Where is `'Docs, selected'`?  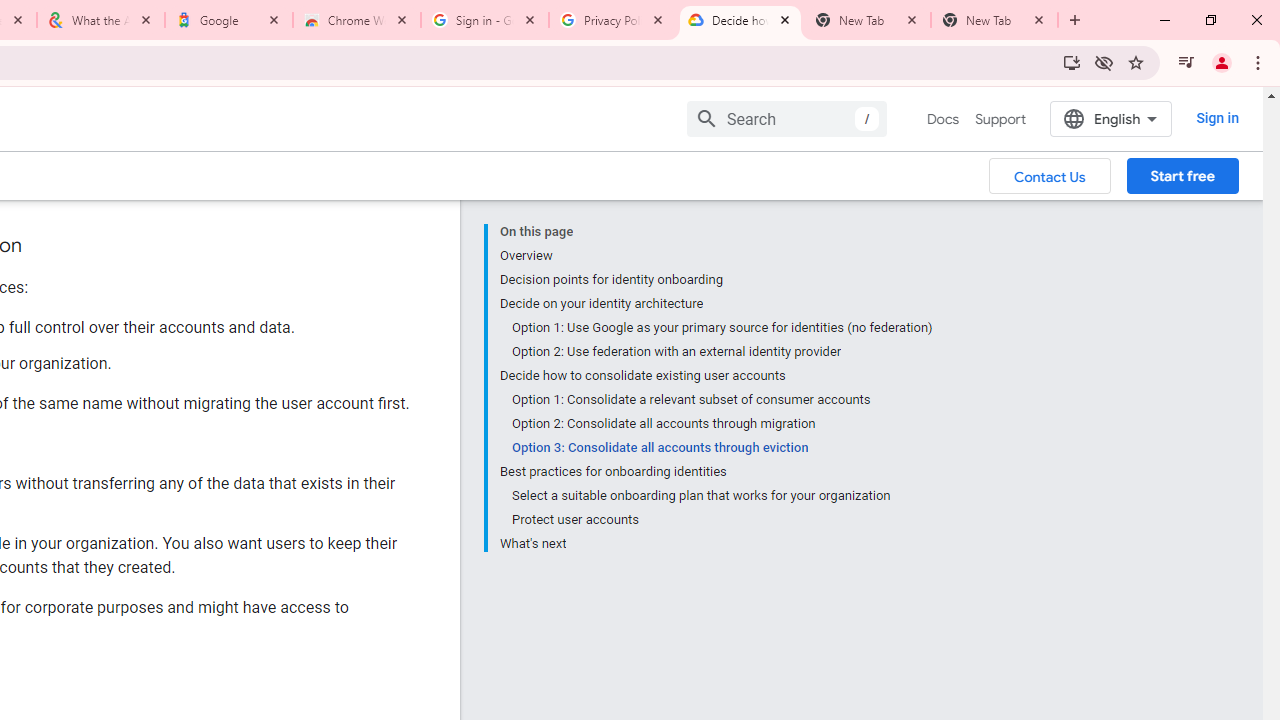 'Docs, selected' is located at coordinates (941, 119).